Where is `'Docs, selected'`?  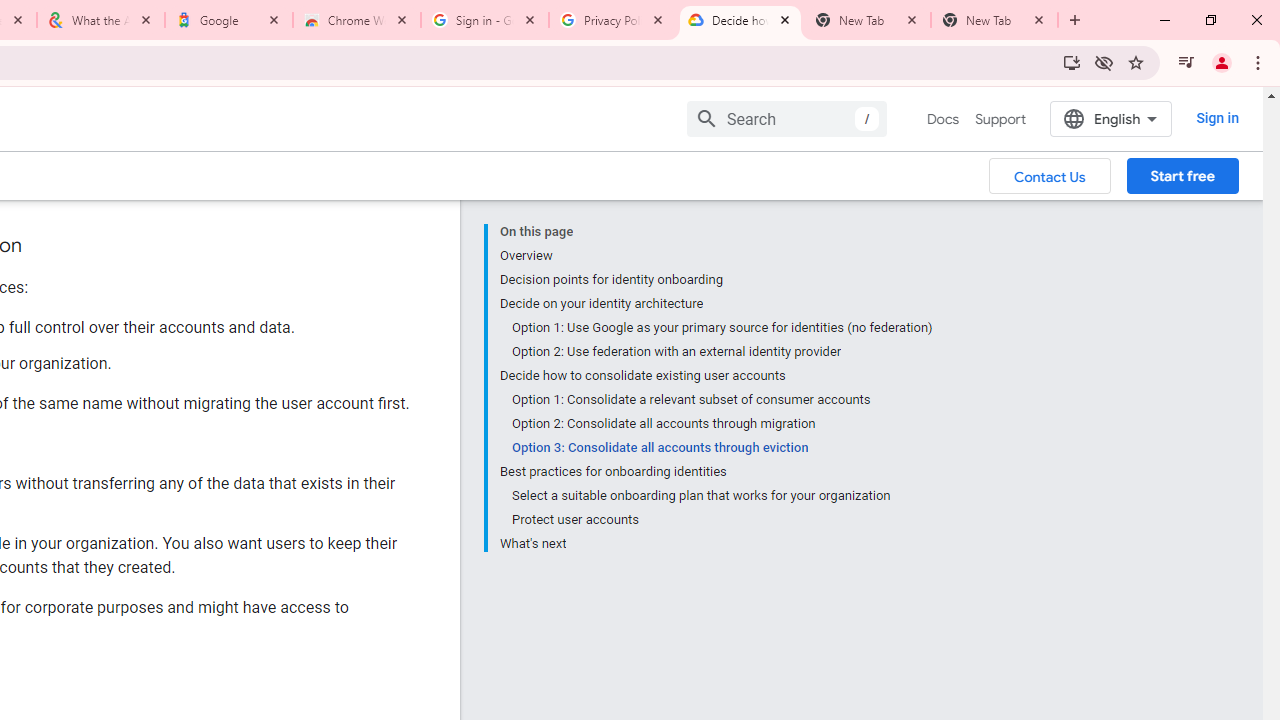 'Docs, selected' is located at coordinates (941, 119).